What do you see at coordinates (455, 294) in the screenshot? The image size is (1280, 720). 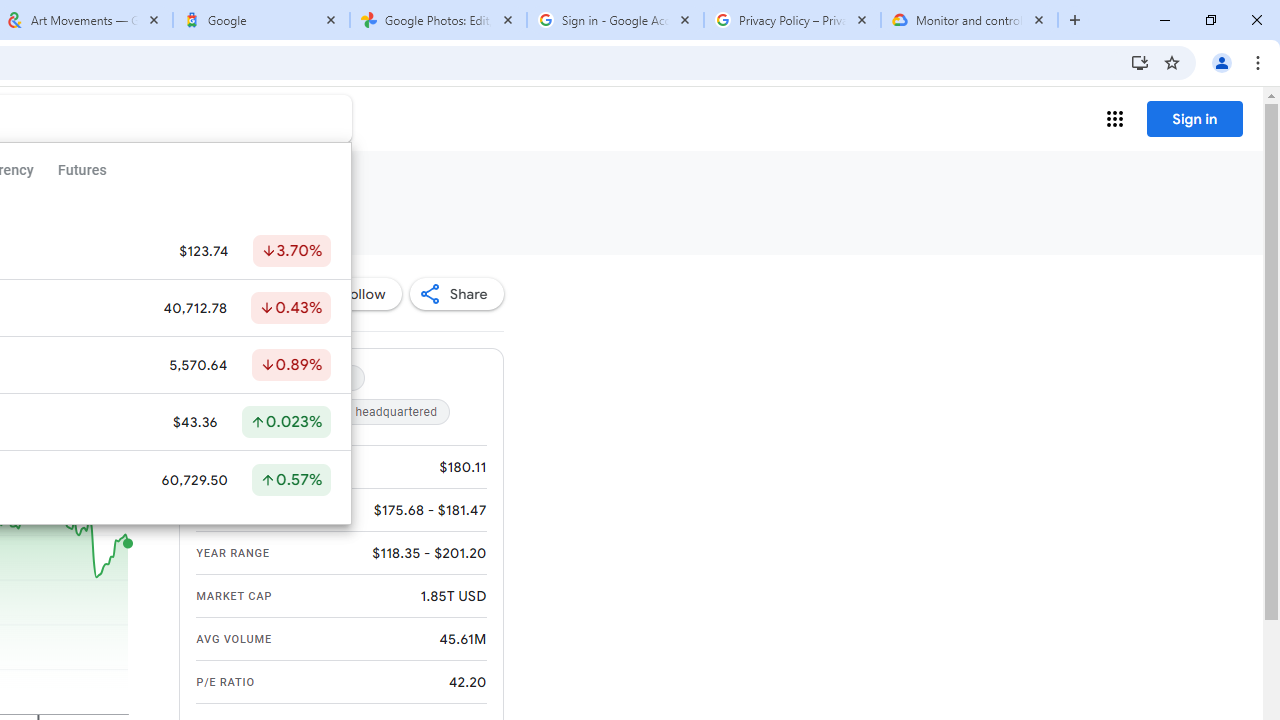 I see `'Share'` at bounding box center [455, 294].